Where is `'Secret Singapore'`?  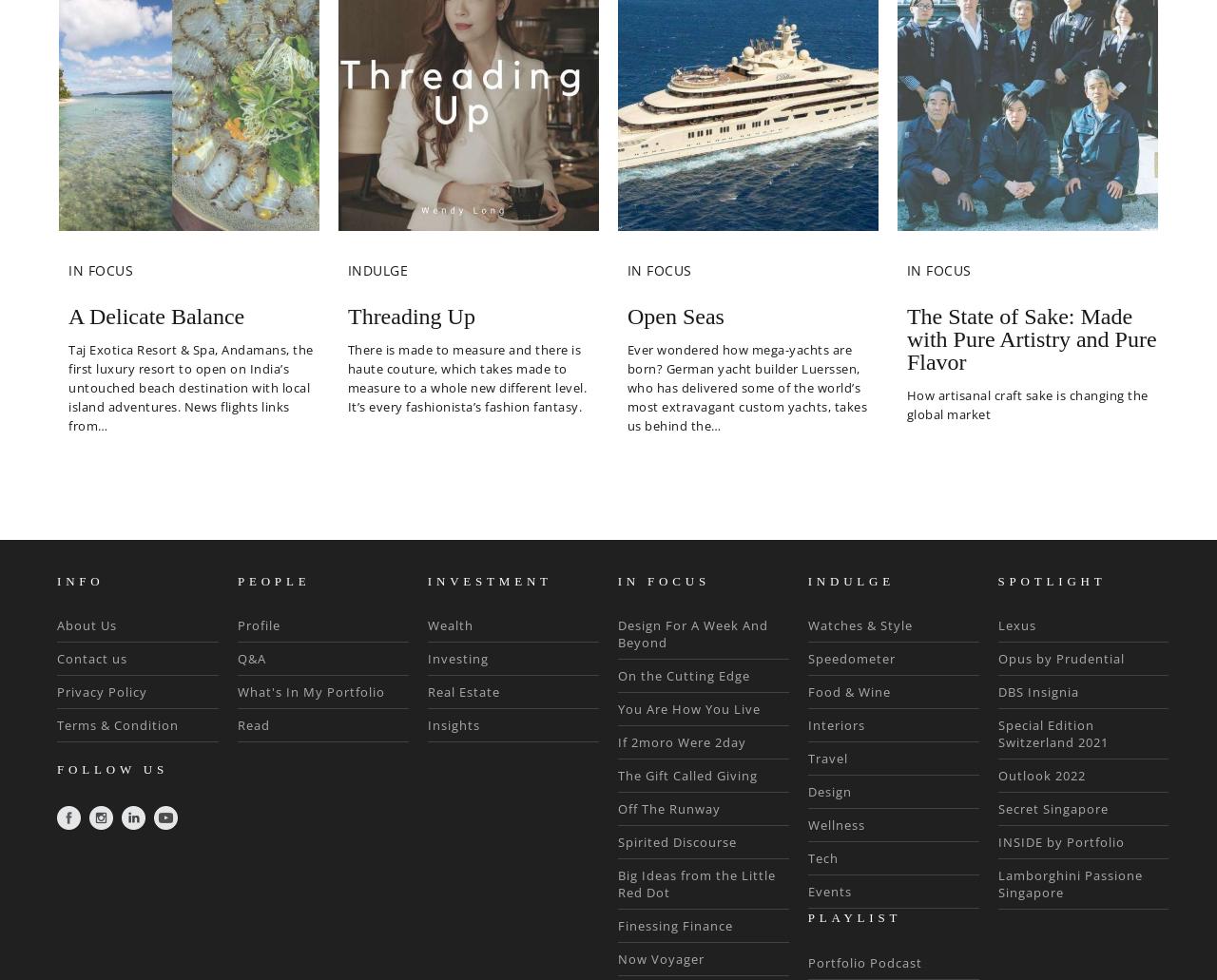
'Secret Singapore' is located at coordinates (995, 808).